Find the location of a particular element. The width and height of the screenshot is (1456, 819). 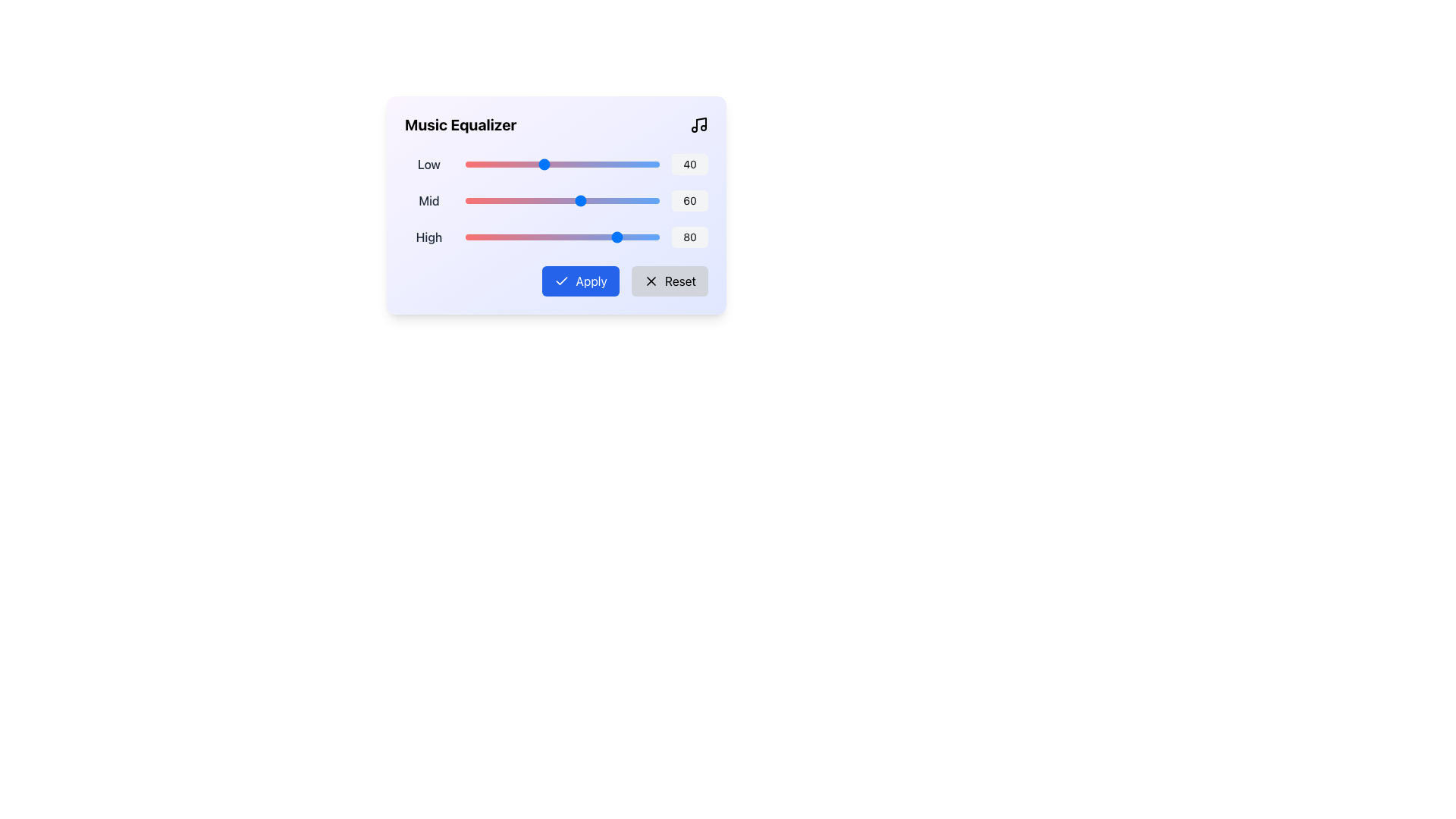

and drag the central range slider, which is visually styled with a gradient from red to blue, to adjust its value is located at coordinates (562, 237).